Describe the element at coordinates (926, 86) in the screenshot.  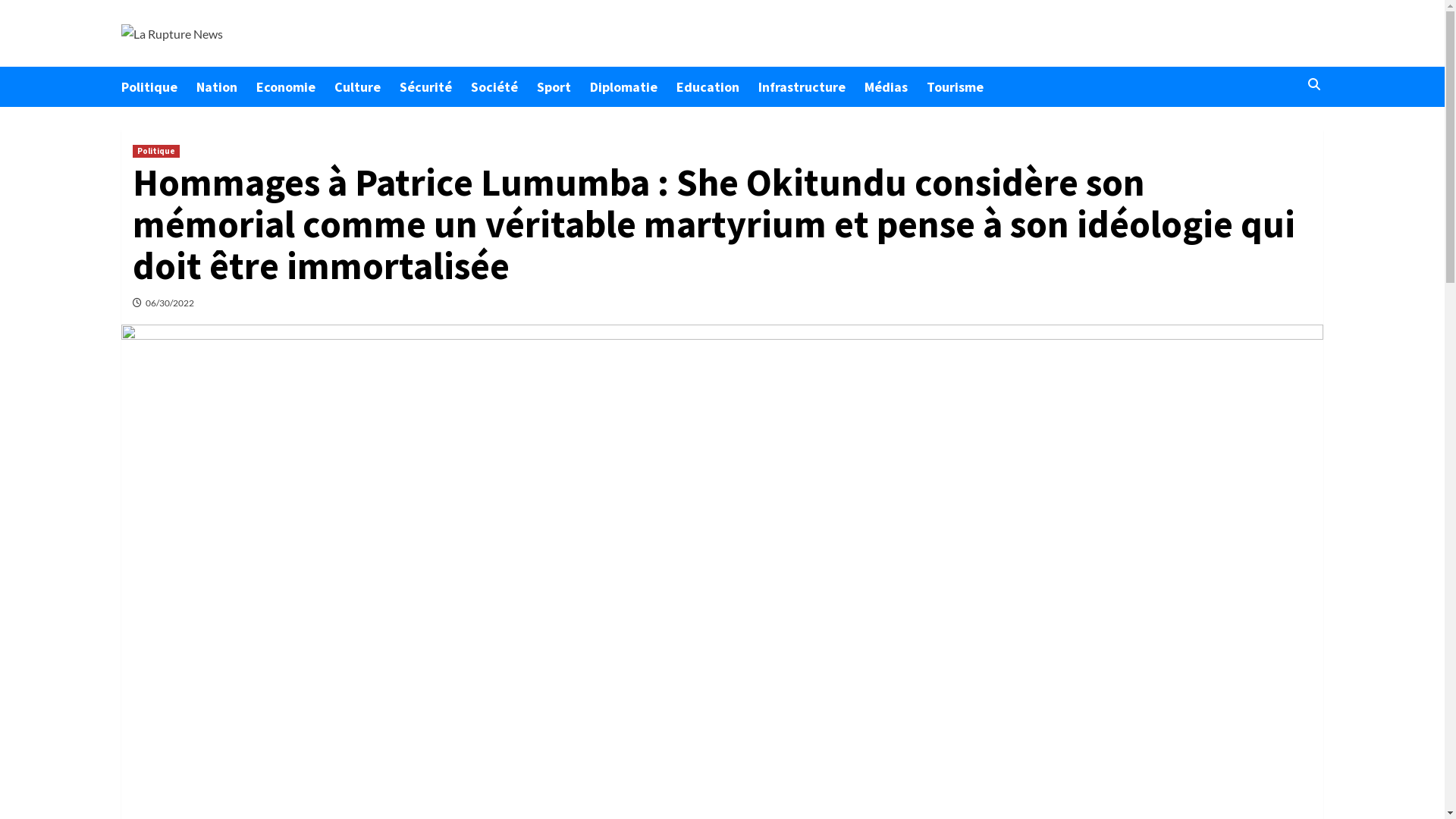
I see `'Tourisme'` at that location.